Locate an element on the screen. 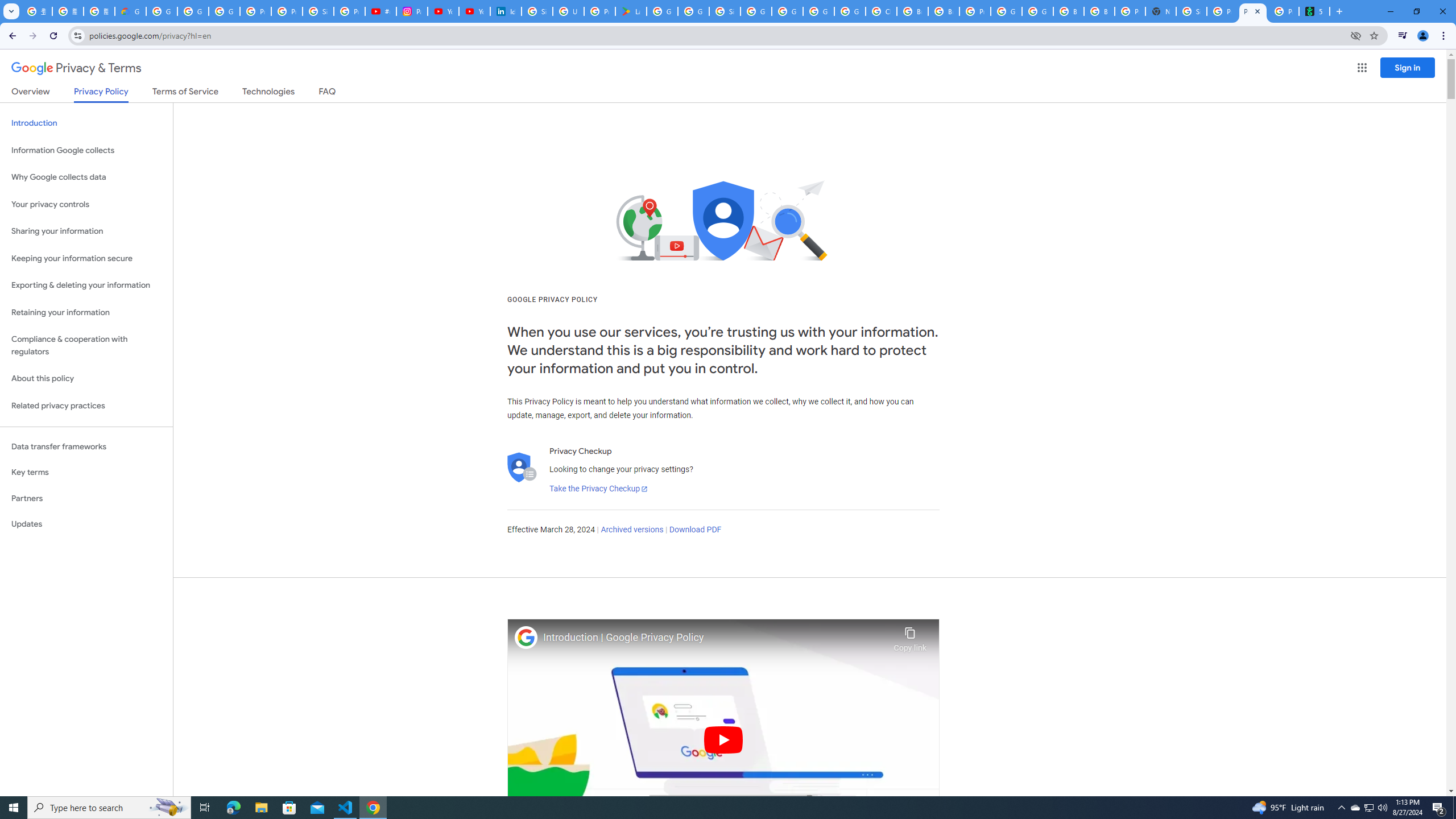 The width and height of the screenshot is (1456, 819). 'Last Shelter: Survival - Apps on Google Play' is located at coordinates (630, 11).